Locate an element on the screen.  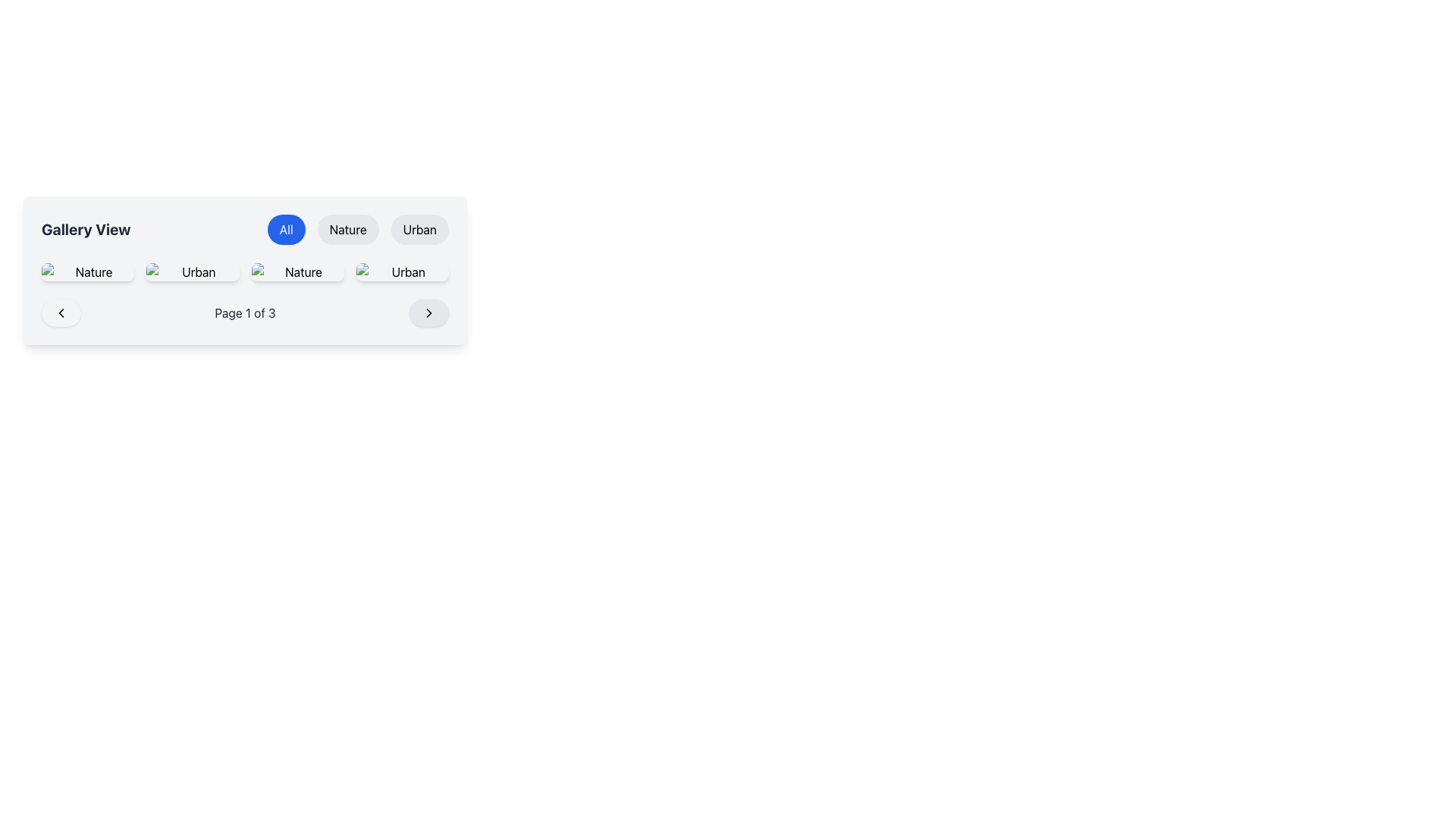
the 'Nature' image placeholder is located at coordinates (297, 271).